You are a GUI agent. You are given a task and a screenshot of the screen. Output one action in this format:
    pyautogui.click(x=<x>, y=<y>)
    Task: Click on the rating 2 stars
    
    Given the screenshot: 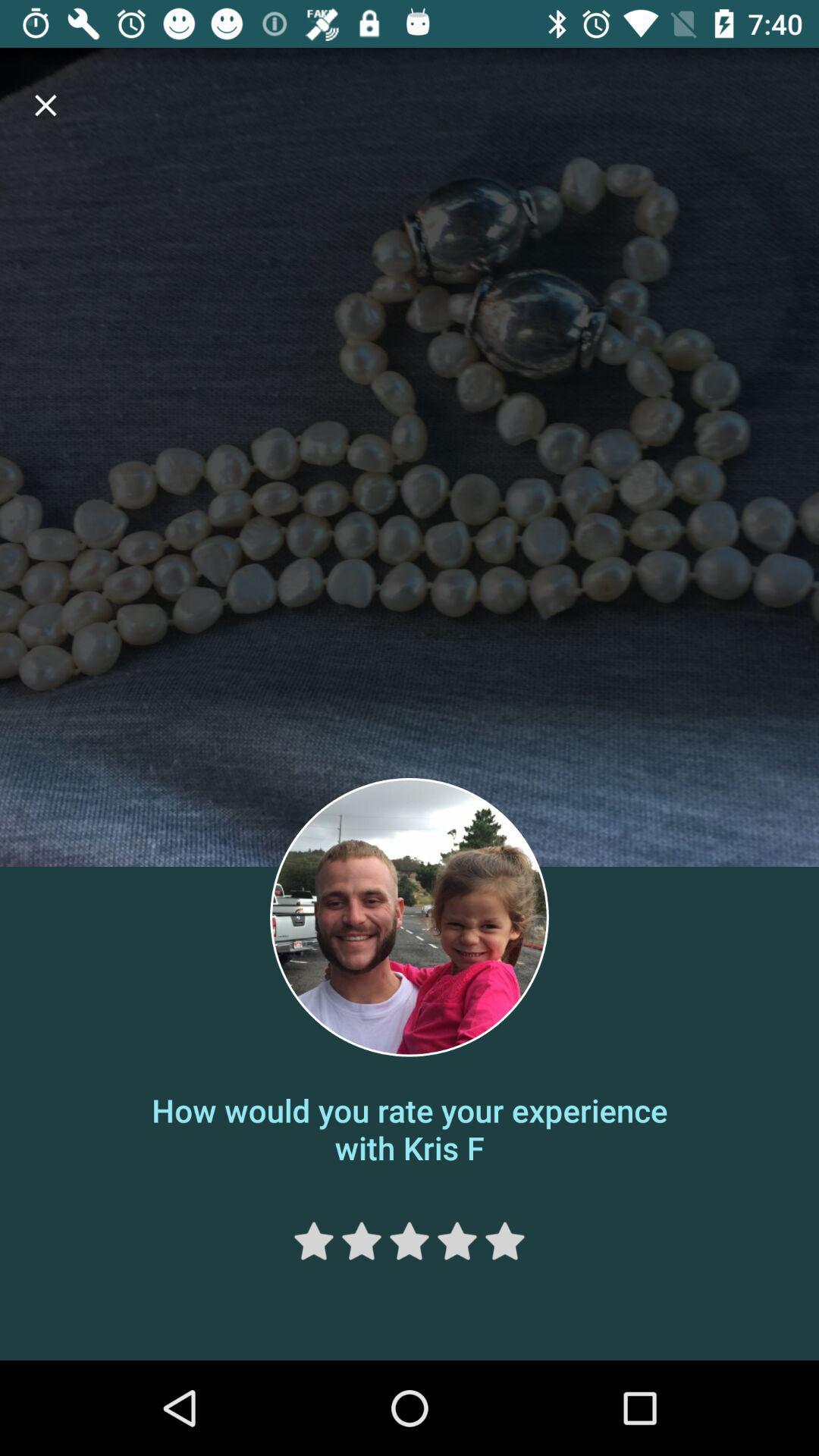 What is the action you would take?
    pyautogui.click(x=362, y=1241)
    